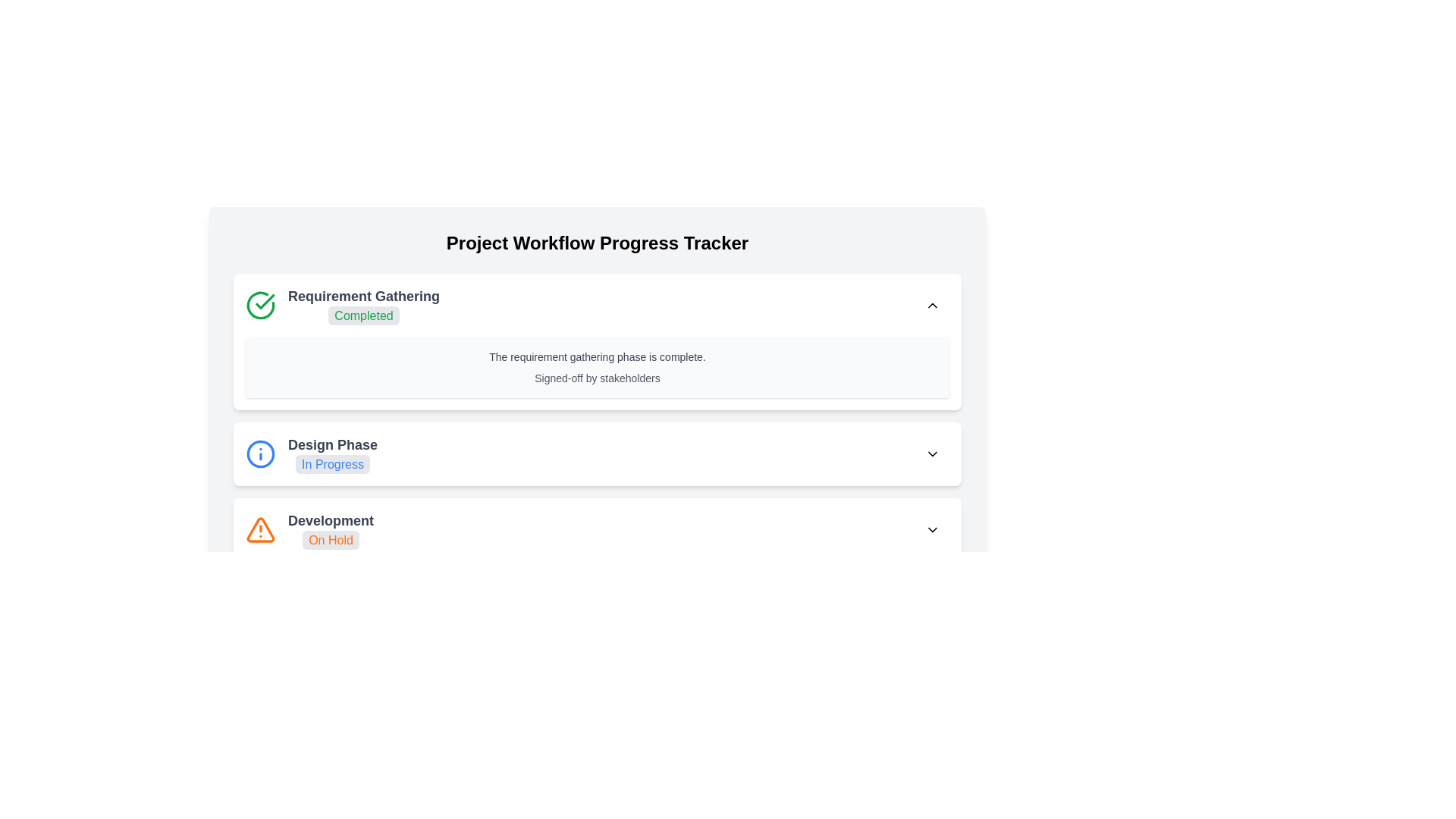 This screenshot has height=819, width=1456. I want to click on the heading label text located in the third section of the workflow tracker interface, positioned to the right of the yellow warning icon and above the 'On Hold' label, so click(330, 519).